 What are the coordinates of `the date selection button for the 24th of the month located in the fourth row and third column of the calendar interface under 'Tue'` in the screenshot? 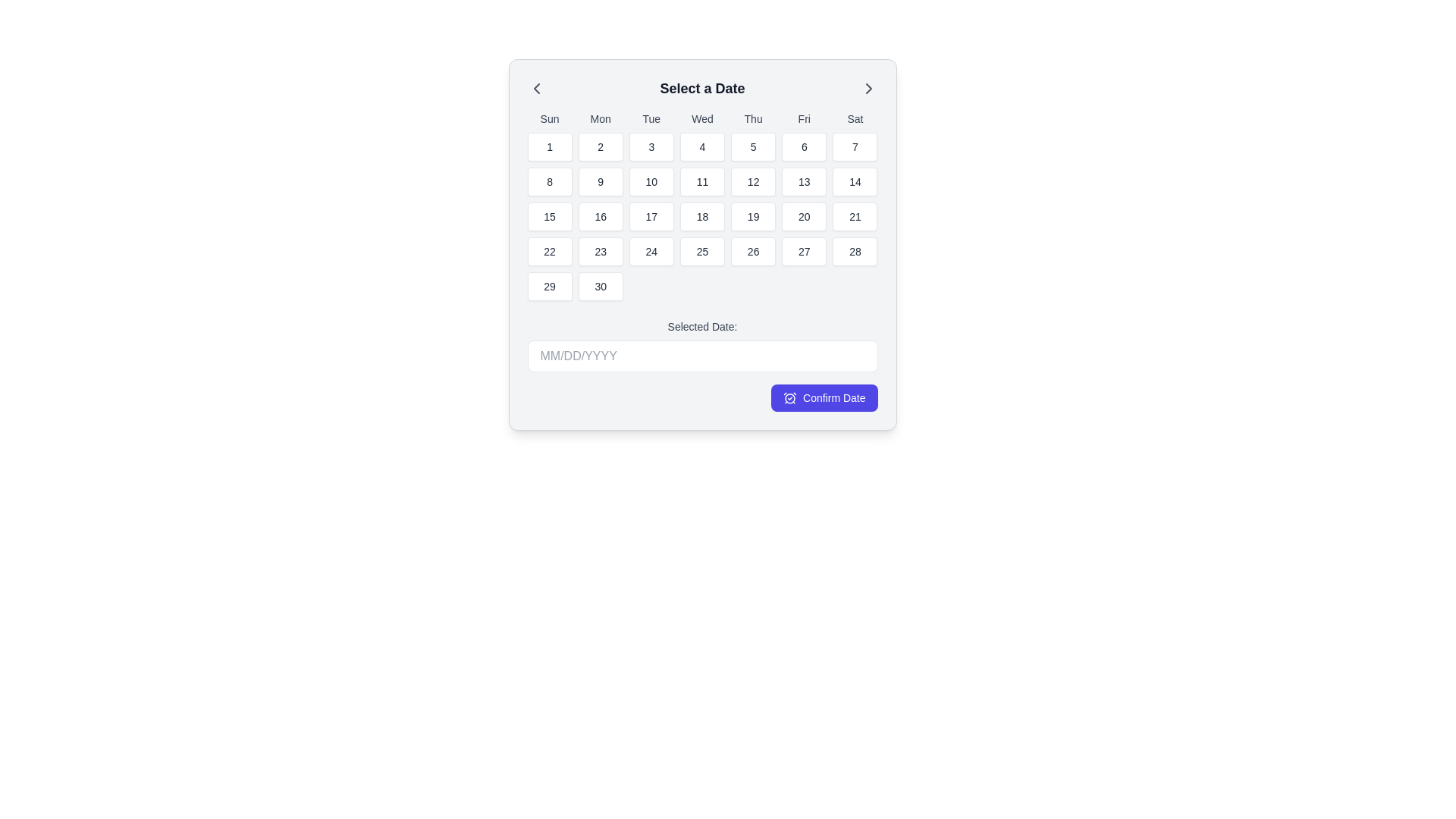 It's located at (651, 250).